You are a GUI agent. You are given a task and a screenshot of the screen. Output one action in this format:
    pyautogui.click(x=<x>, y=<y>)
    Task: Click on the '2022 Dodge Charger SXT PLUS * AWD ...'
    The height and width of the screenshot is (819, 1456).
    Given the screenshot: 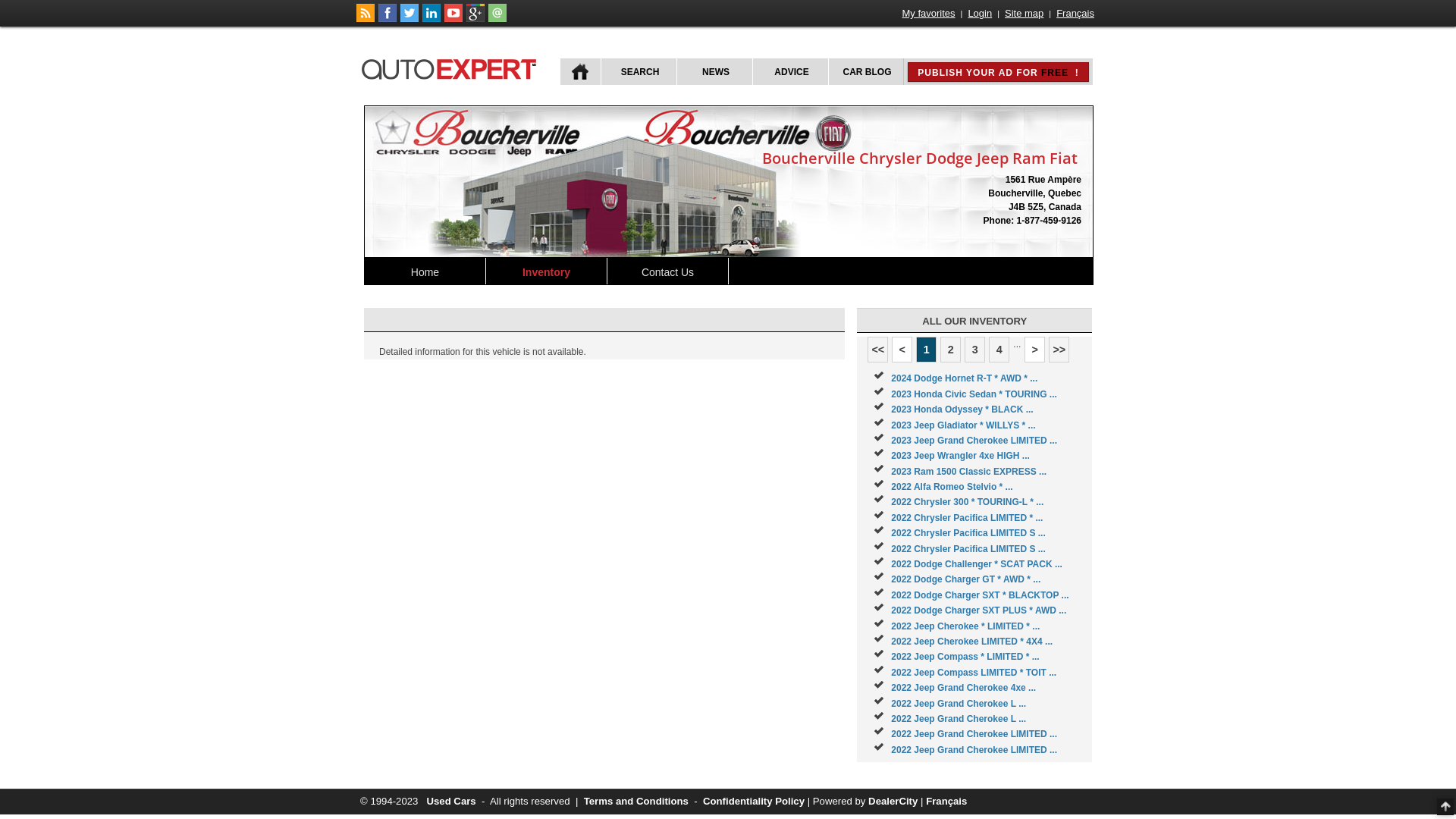 What is the action you would take?
    pyautogui.click(x=978, y=610)
    